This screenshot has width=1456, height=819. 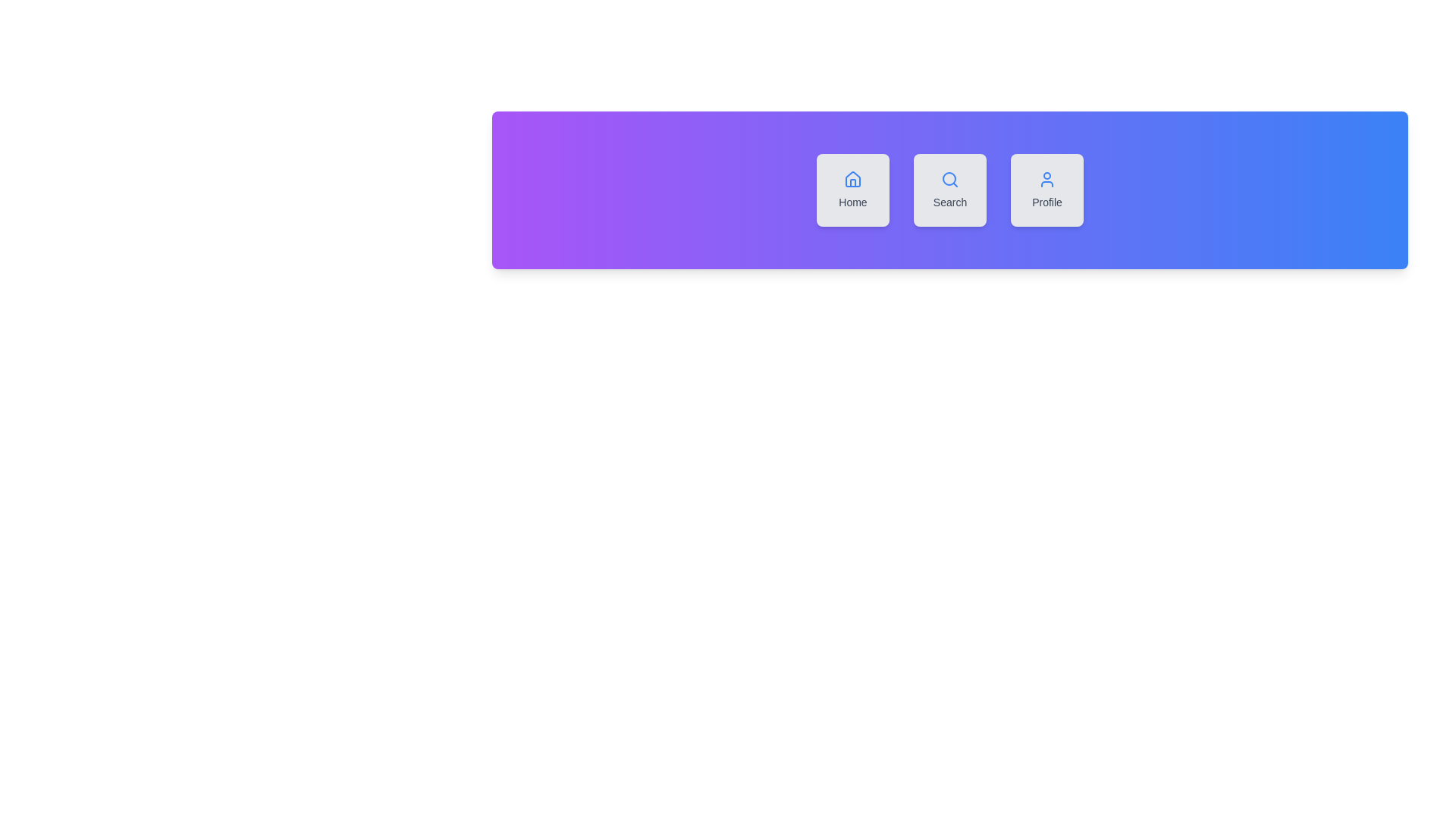 I want to click on the blue house icon located at the top center of the 'Home' card, which is prominently placed above the text description 'Home', so click(x=852, y=178).